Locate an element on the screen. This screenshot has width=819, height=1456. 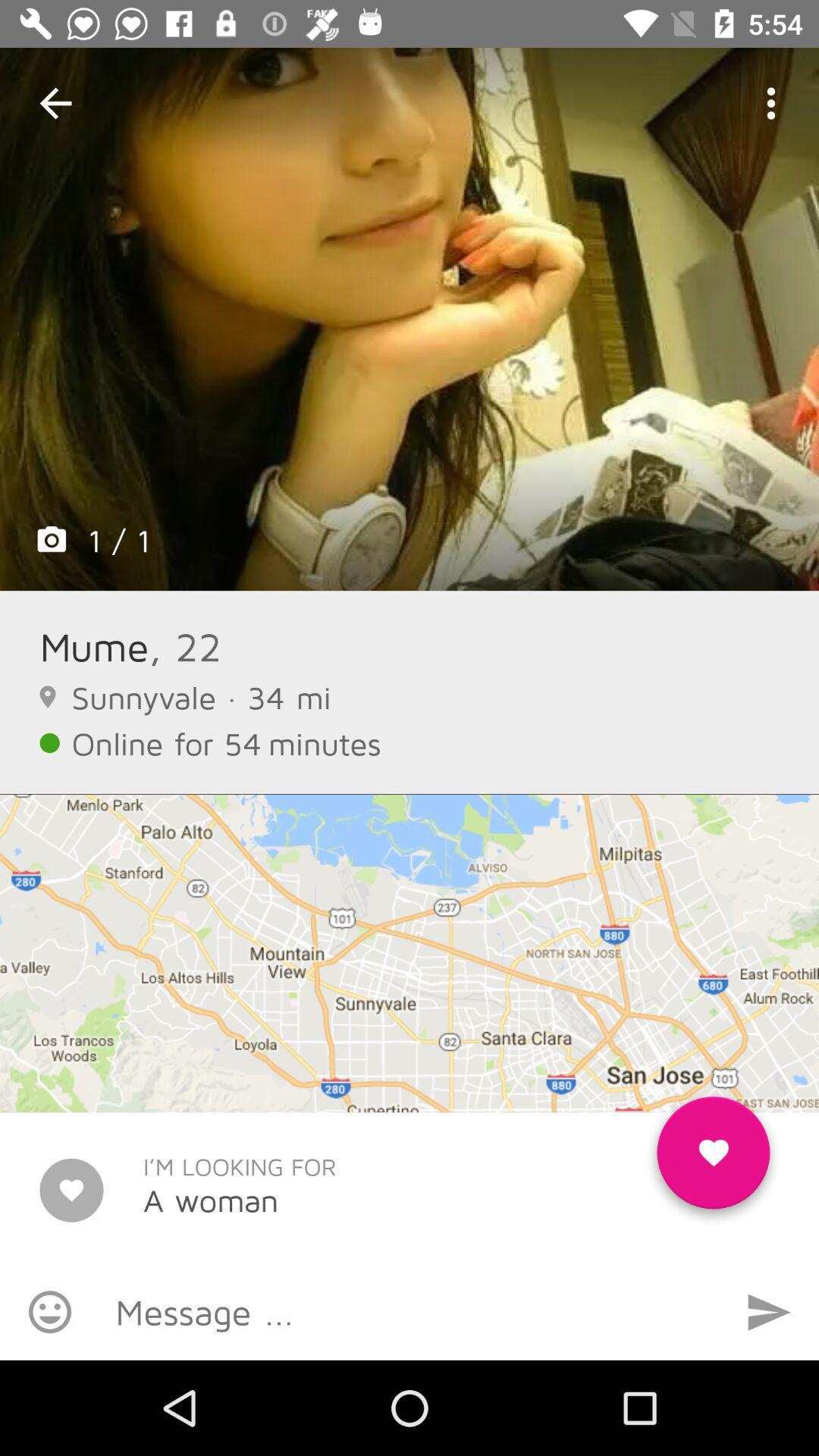
the item to the right of the i m looking is located at coordinates (713, 1158).